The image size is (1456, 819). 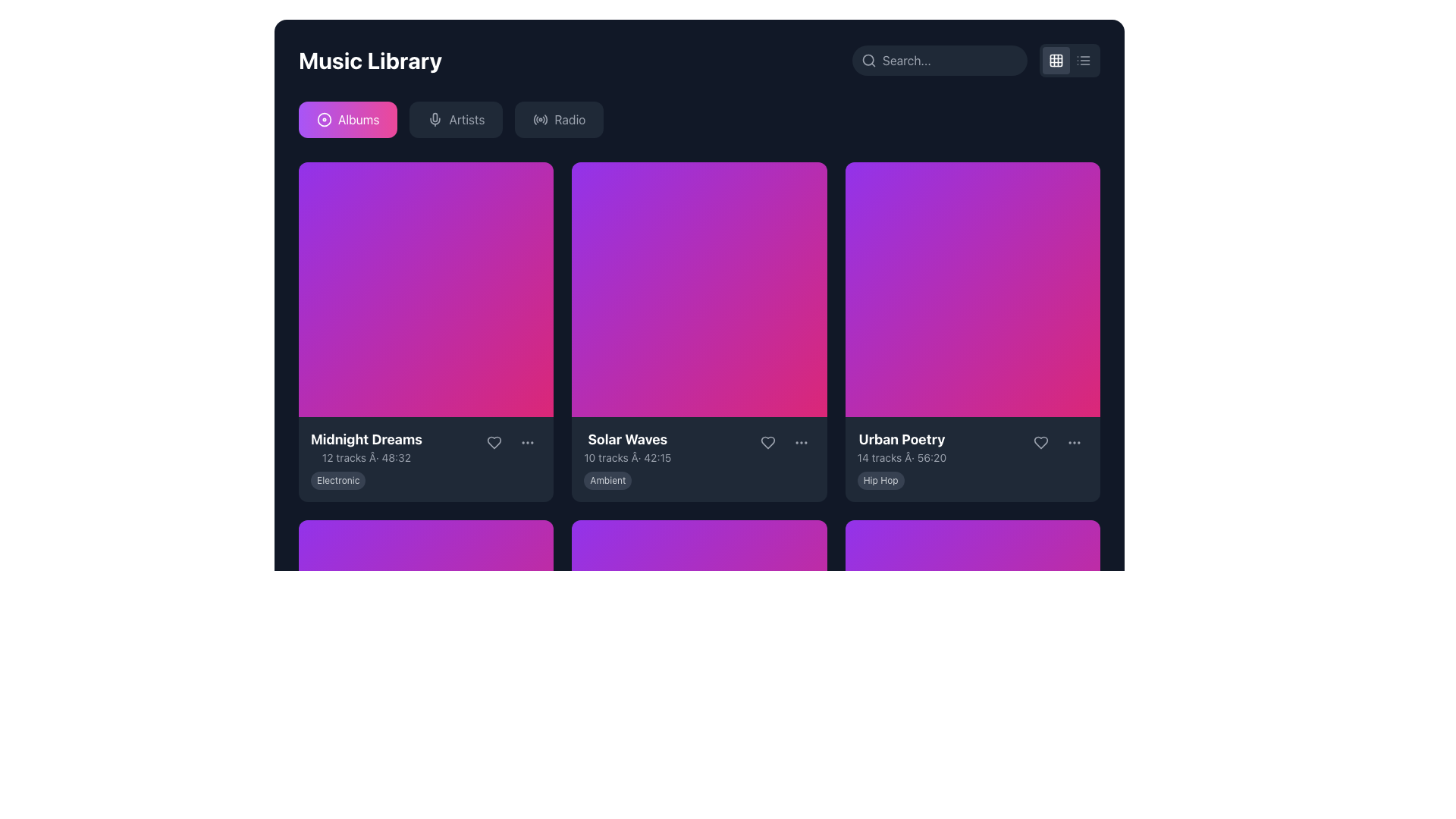 What do you see at coordinates (767, 443) in the screenshot?
I see `the heart-shaped icon located at the bottom right corner of the 'Solar Waves' music album card` at bounding box center [767, 443].